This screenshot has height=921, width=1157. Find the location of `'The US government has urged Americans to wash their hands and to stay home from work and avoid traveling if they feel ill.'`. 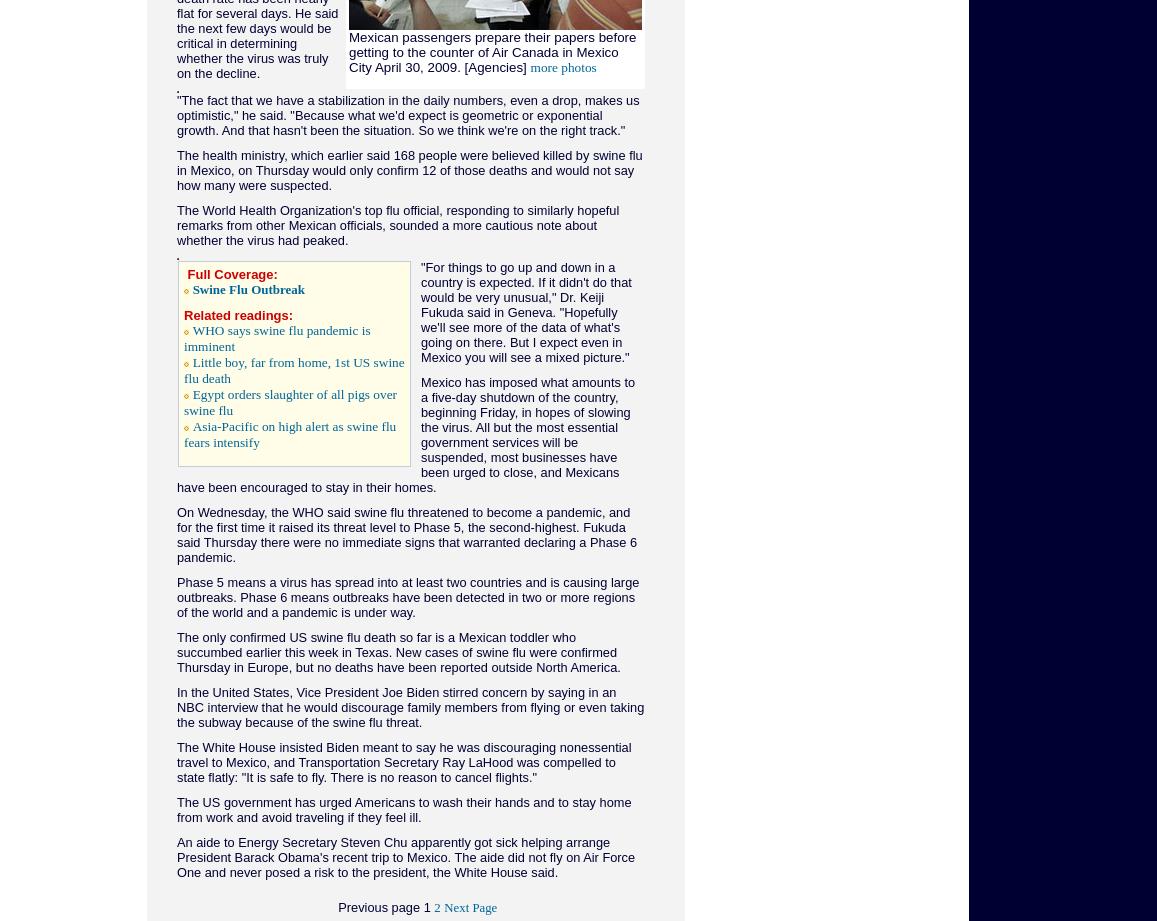

'The US government has urged Americans to wash their hands and to stay home from work and avoid traveling if they feel ill.' is located at coordinates (403, 809).